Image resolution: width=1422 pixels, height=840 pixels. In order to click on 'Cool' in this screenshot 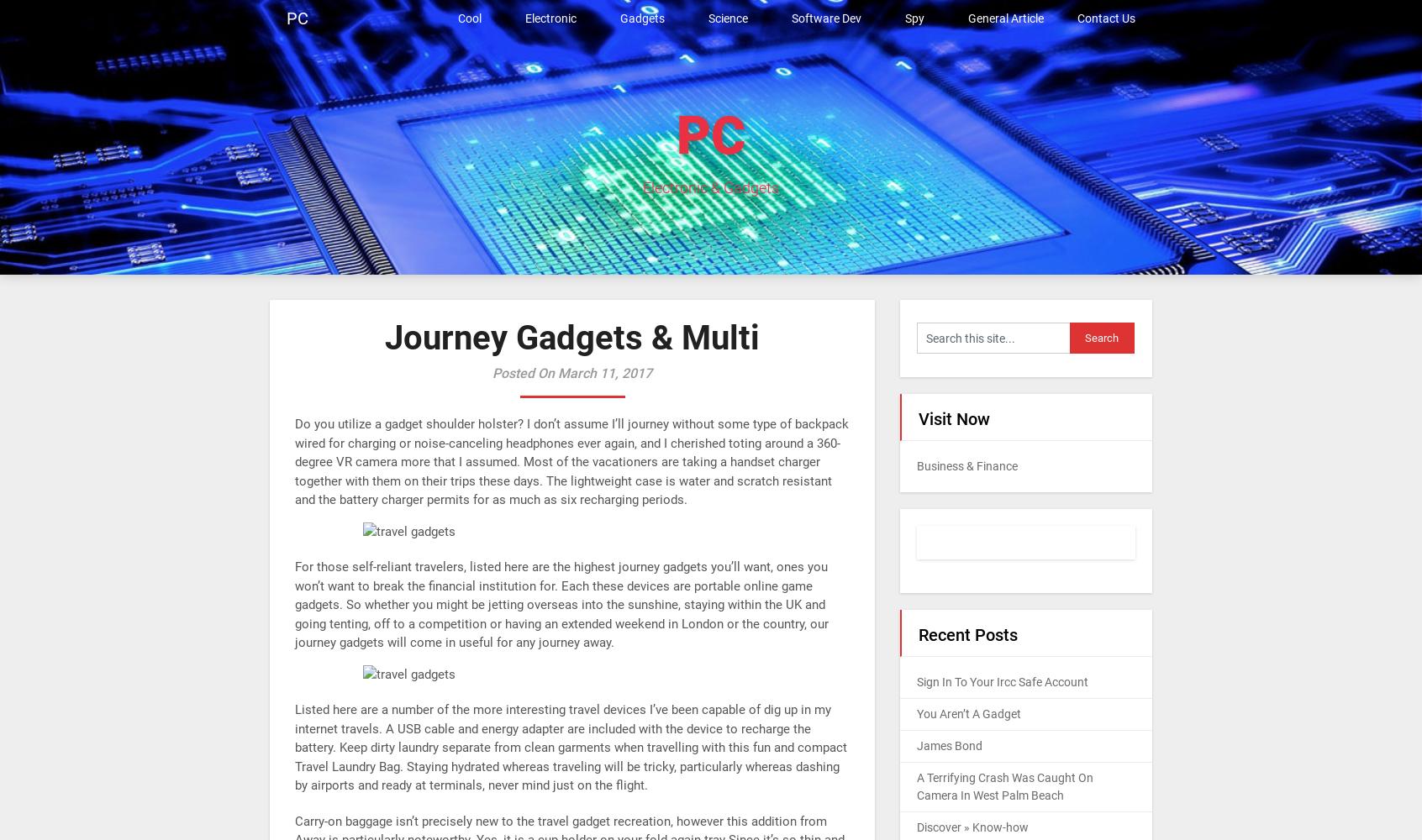, I will do `click(457, 18)`.